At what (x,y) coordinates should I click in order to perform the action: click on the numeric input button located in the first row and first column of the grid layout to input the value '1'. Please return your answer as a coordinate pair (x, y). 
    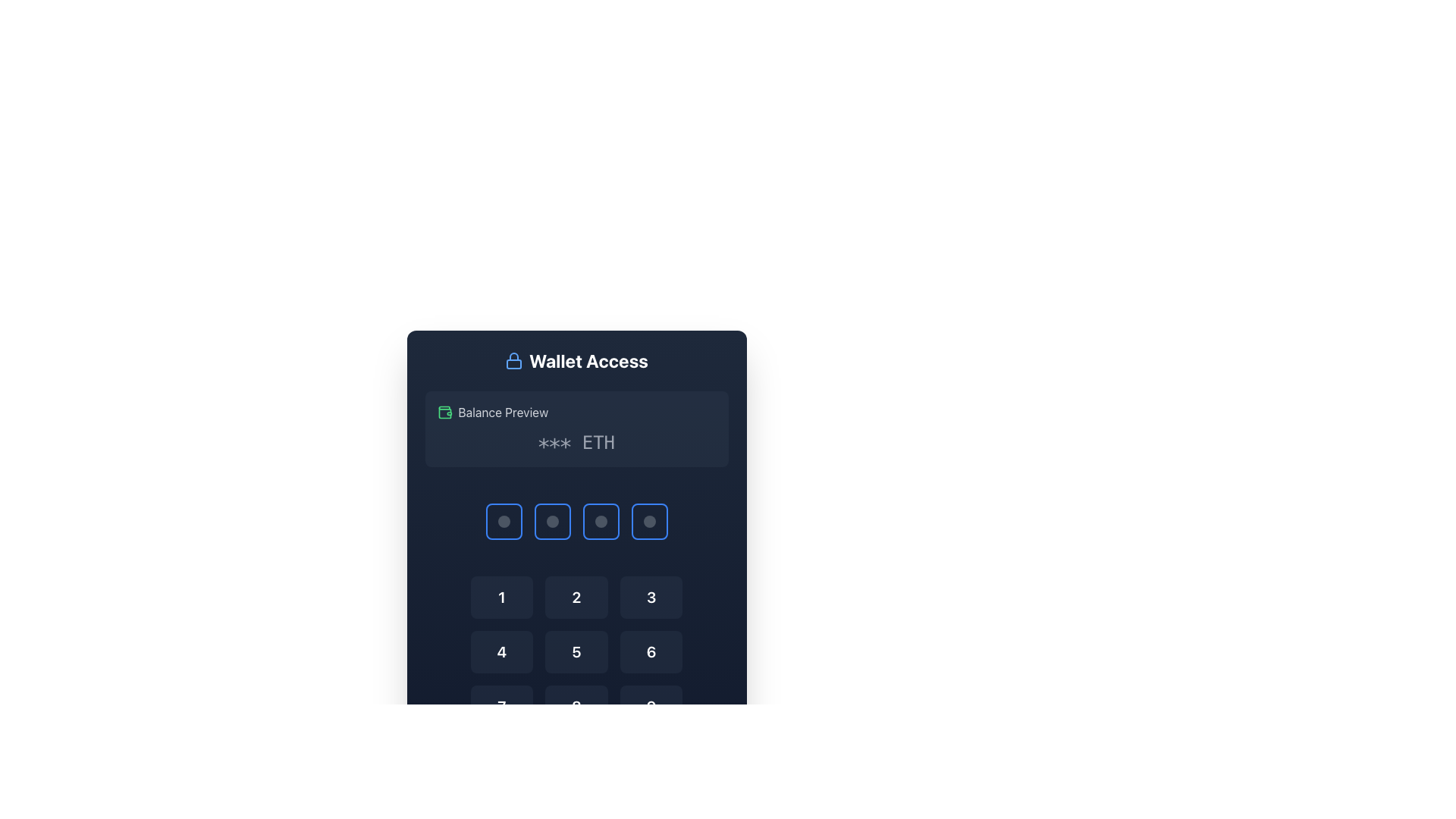
    Looking at the image, I should click on (501, 596).